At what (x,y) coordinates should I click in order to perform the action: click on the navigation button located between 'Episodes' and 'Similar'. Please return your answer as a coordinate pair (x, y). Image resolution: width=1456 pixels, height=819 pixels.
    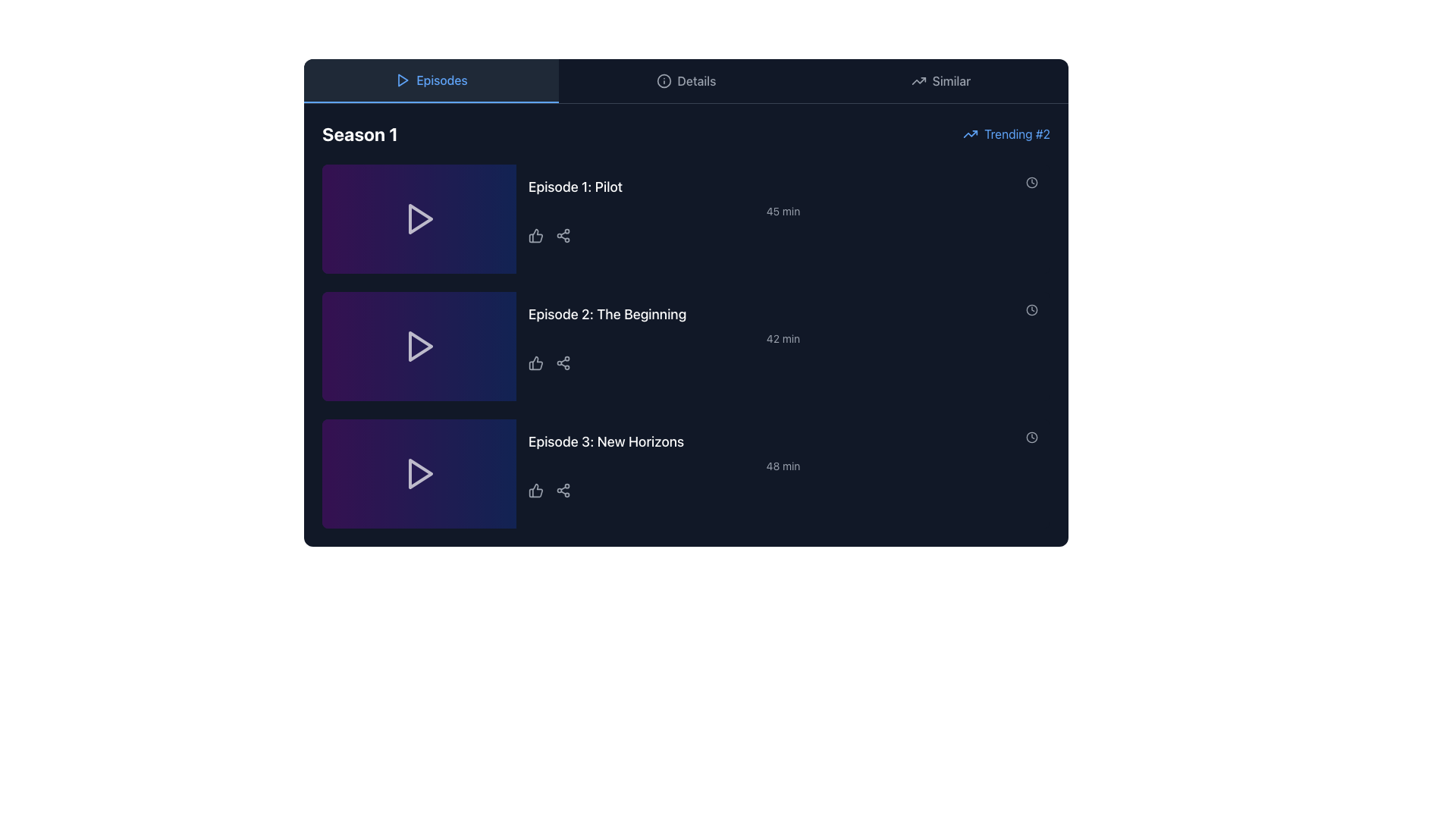
    Looking at the image, I should click on (686, 81).